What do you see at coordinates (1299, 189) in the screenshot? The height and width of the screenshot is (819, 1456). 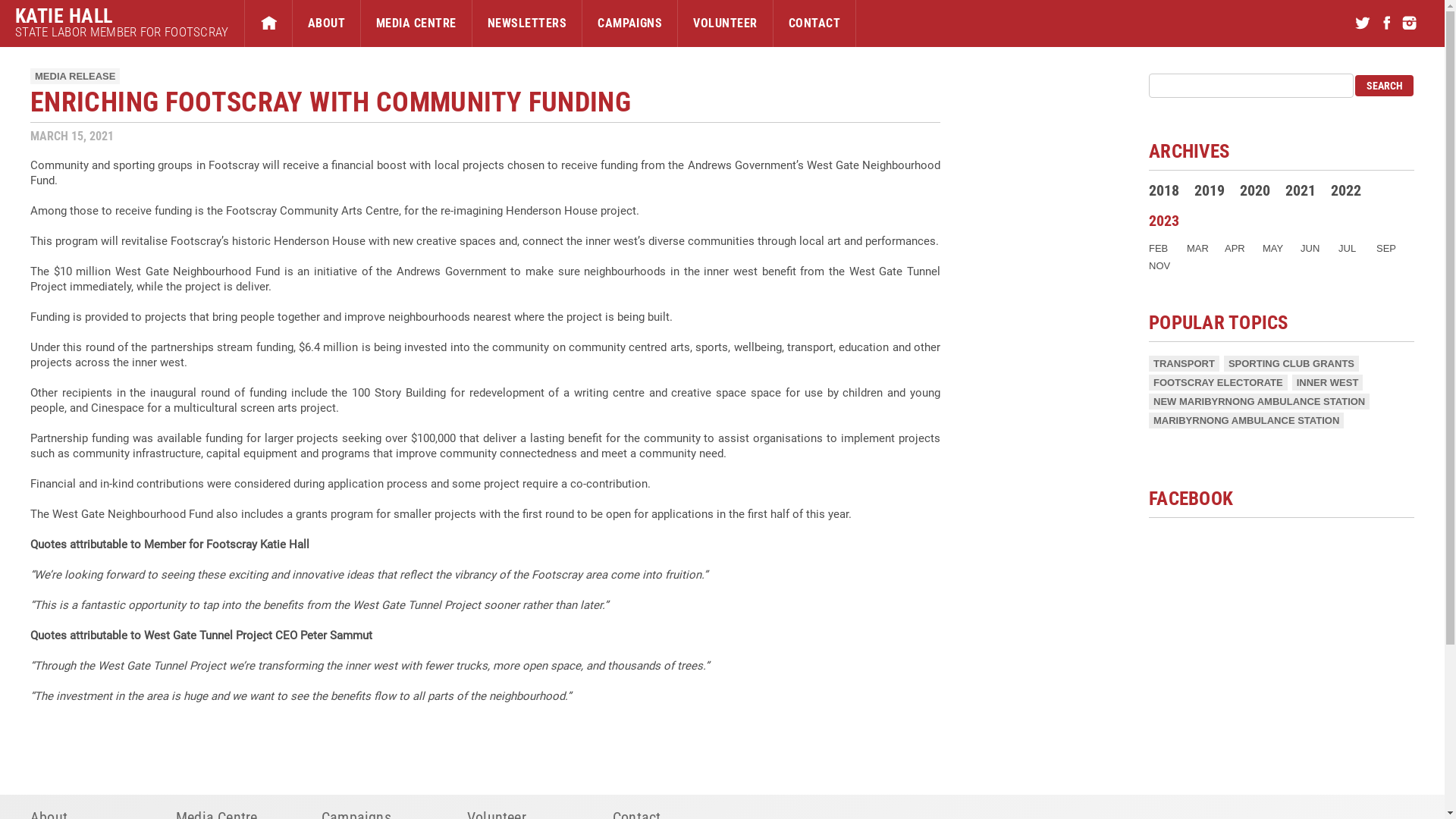 I see `'2021'` at bounding box center [1299, 189].